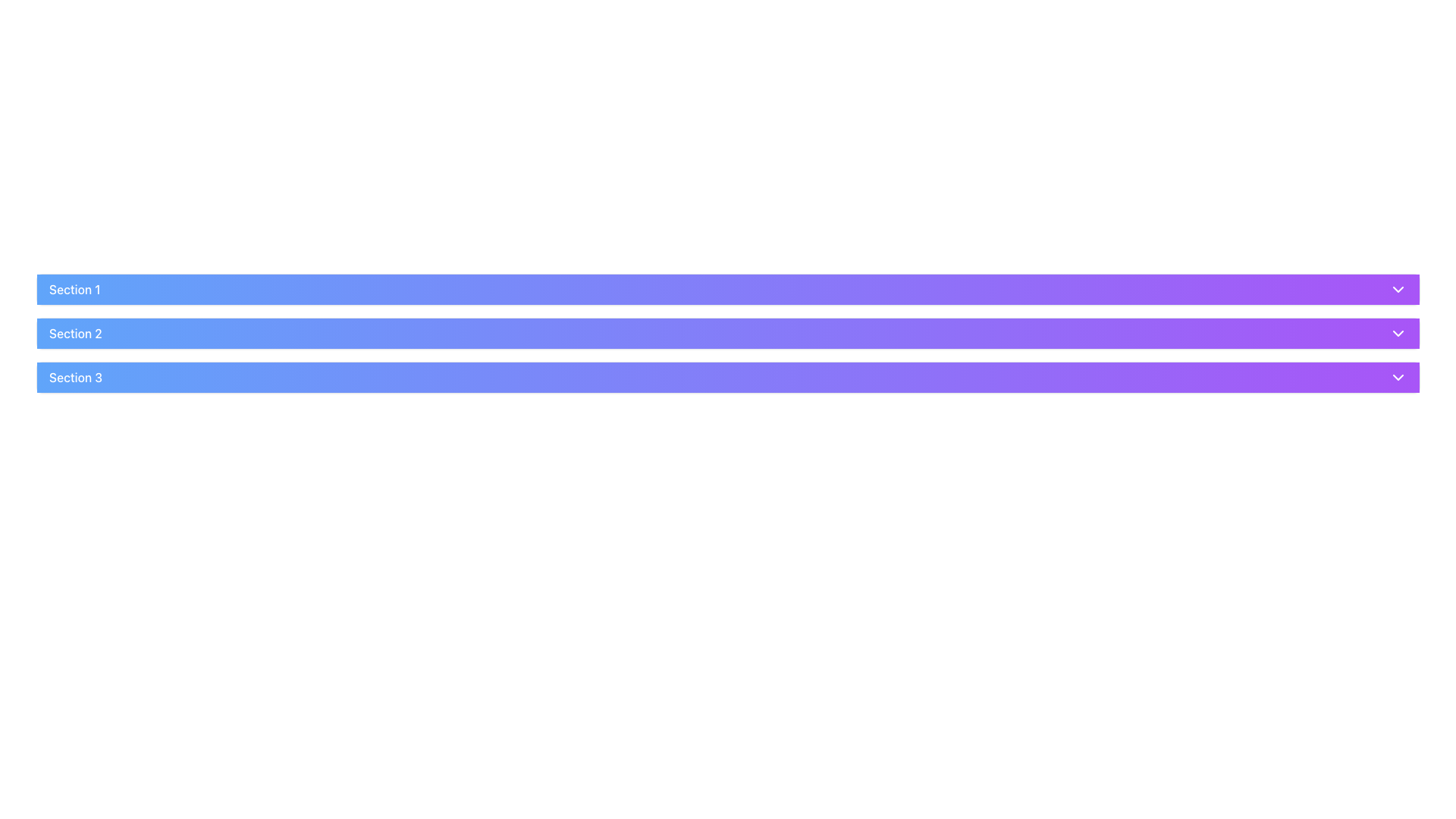 This screenshot has width=1456, height=819. Describe the element at coordinates (1397, 289) in the screenshot. I see `the downward-pointing chevron icon located at the top-right corner of 'Section 1' to visually highlight or emphasize it` at that location.